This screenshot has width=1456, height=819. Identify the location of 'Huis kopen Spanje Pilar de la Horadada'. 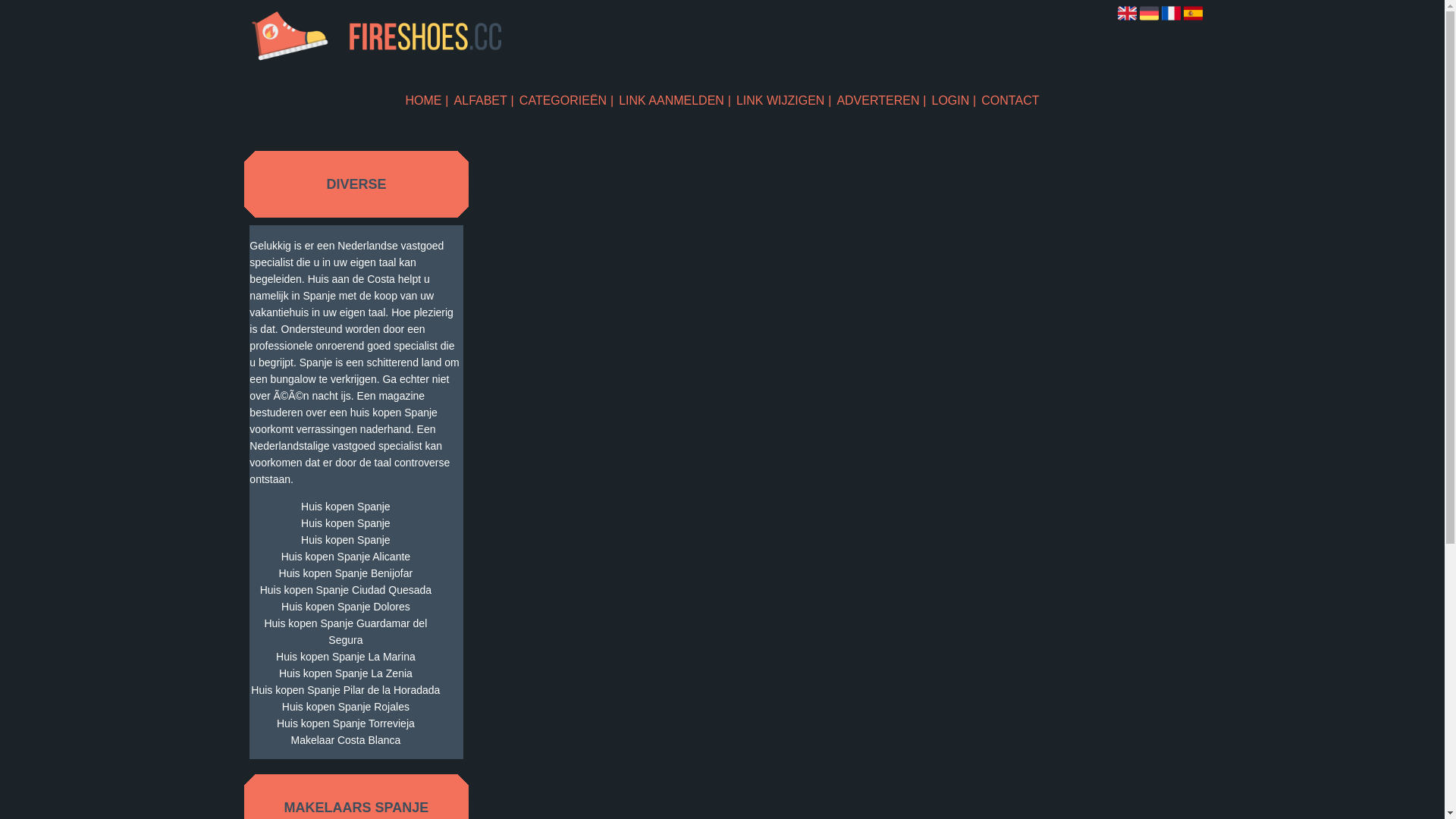
(249, 690).